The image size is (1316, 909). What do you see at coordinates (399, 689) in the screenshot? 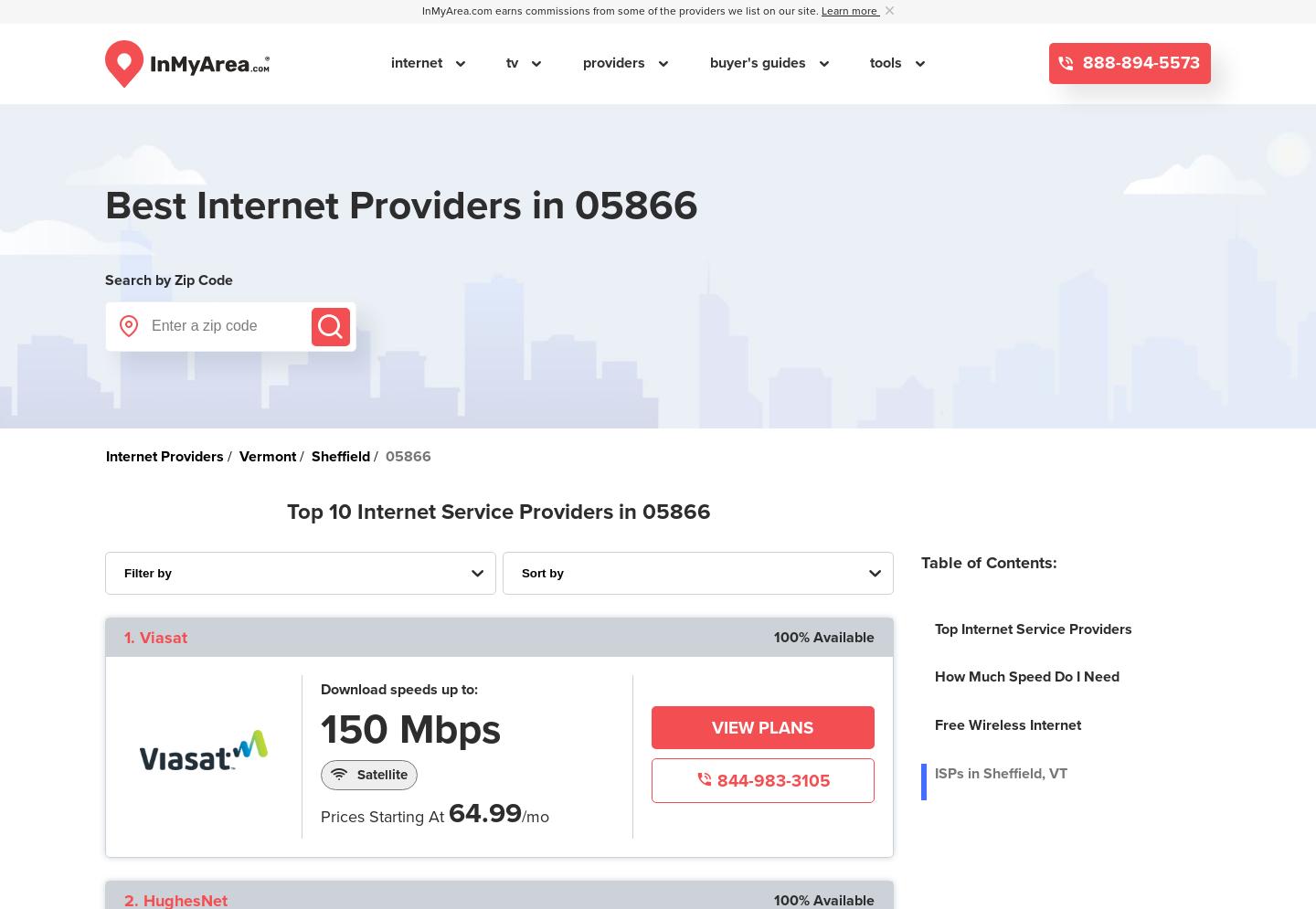
I see `'Download speeds up to:'` at bounding box center [399, 689].